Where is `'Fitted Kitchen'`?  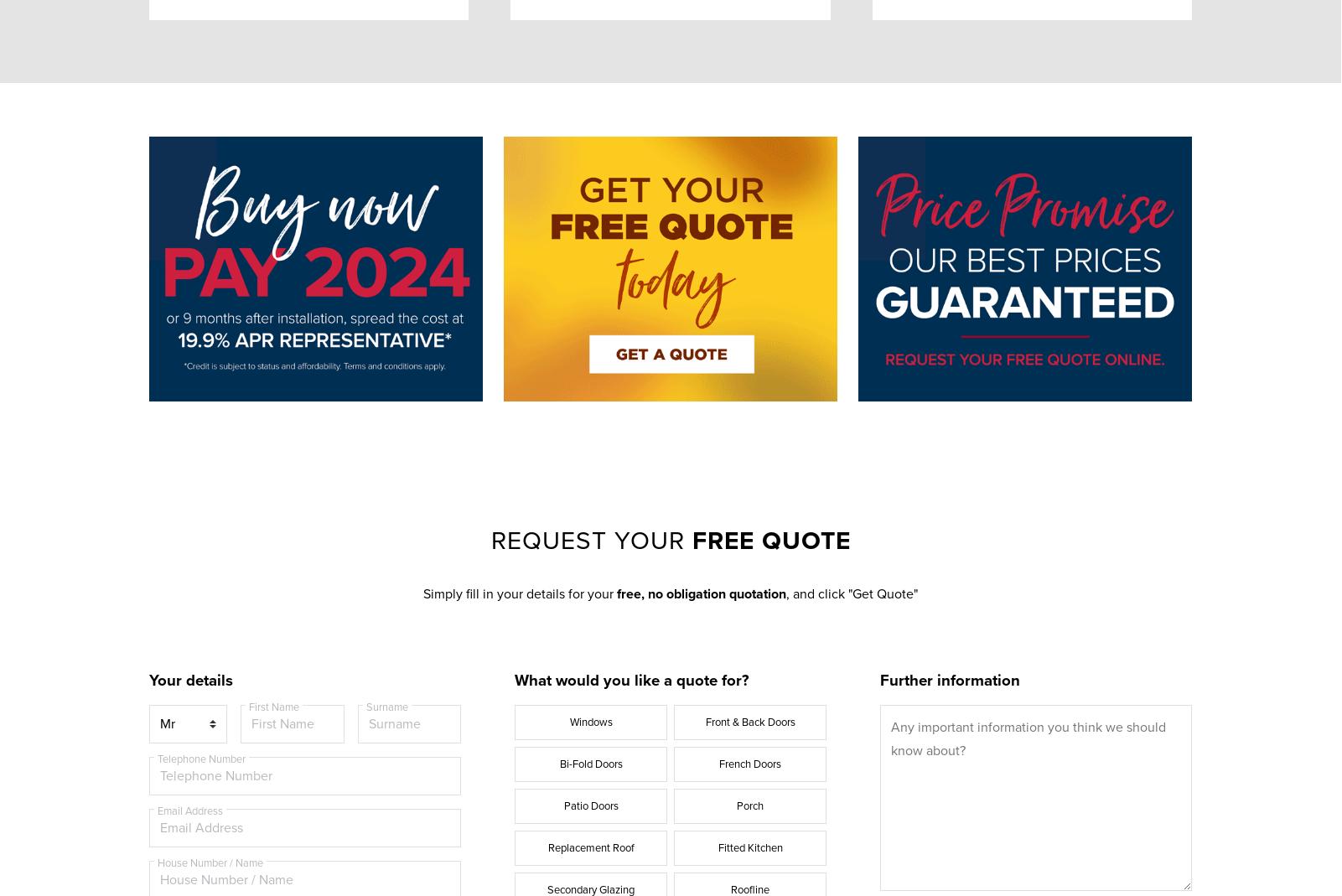
'Fitted Kitchen' is located at coordinates (749, 847).